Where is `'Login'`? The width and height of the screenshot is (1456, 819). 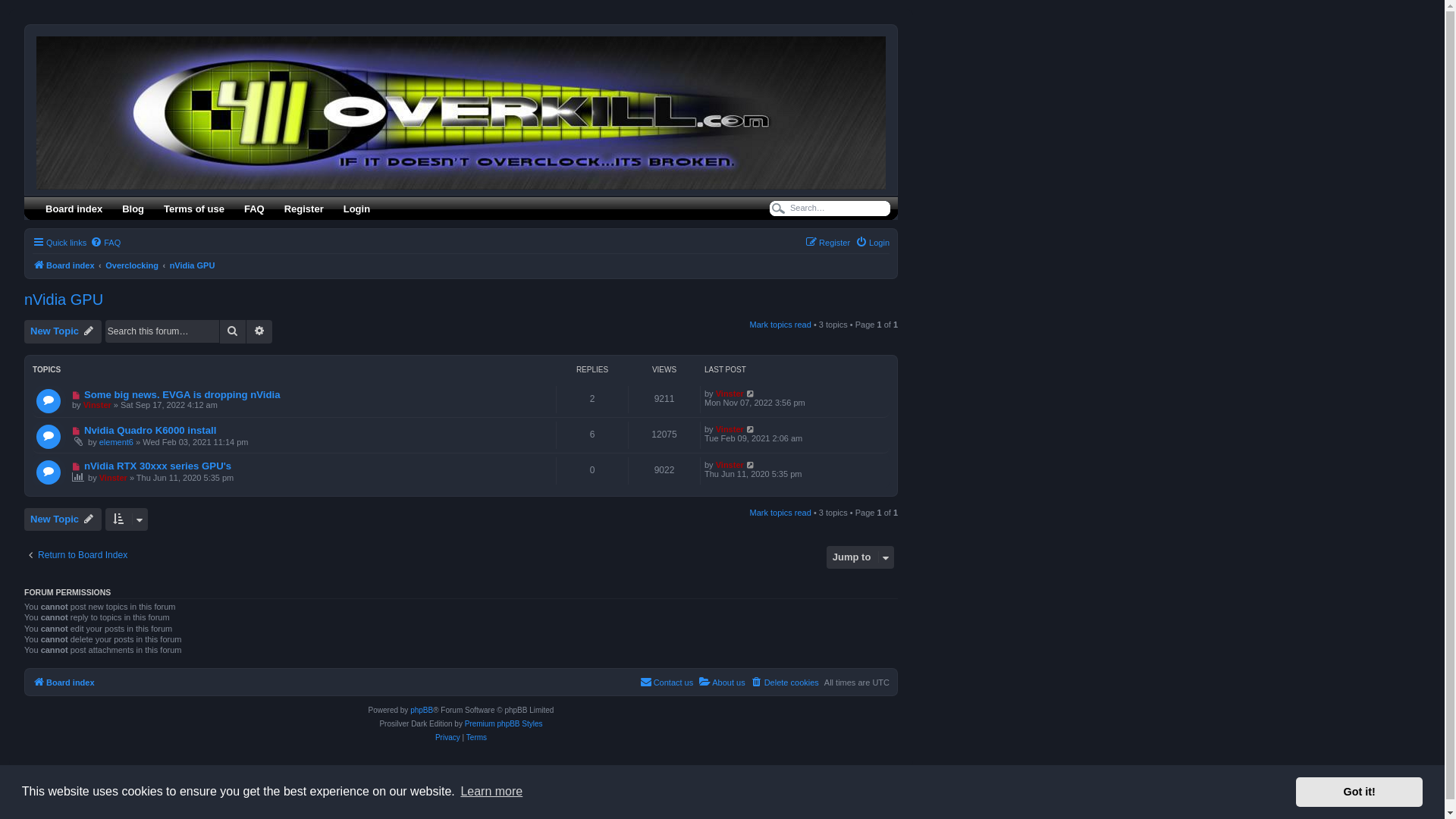 'Login' is located at coordinates (333, 208).